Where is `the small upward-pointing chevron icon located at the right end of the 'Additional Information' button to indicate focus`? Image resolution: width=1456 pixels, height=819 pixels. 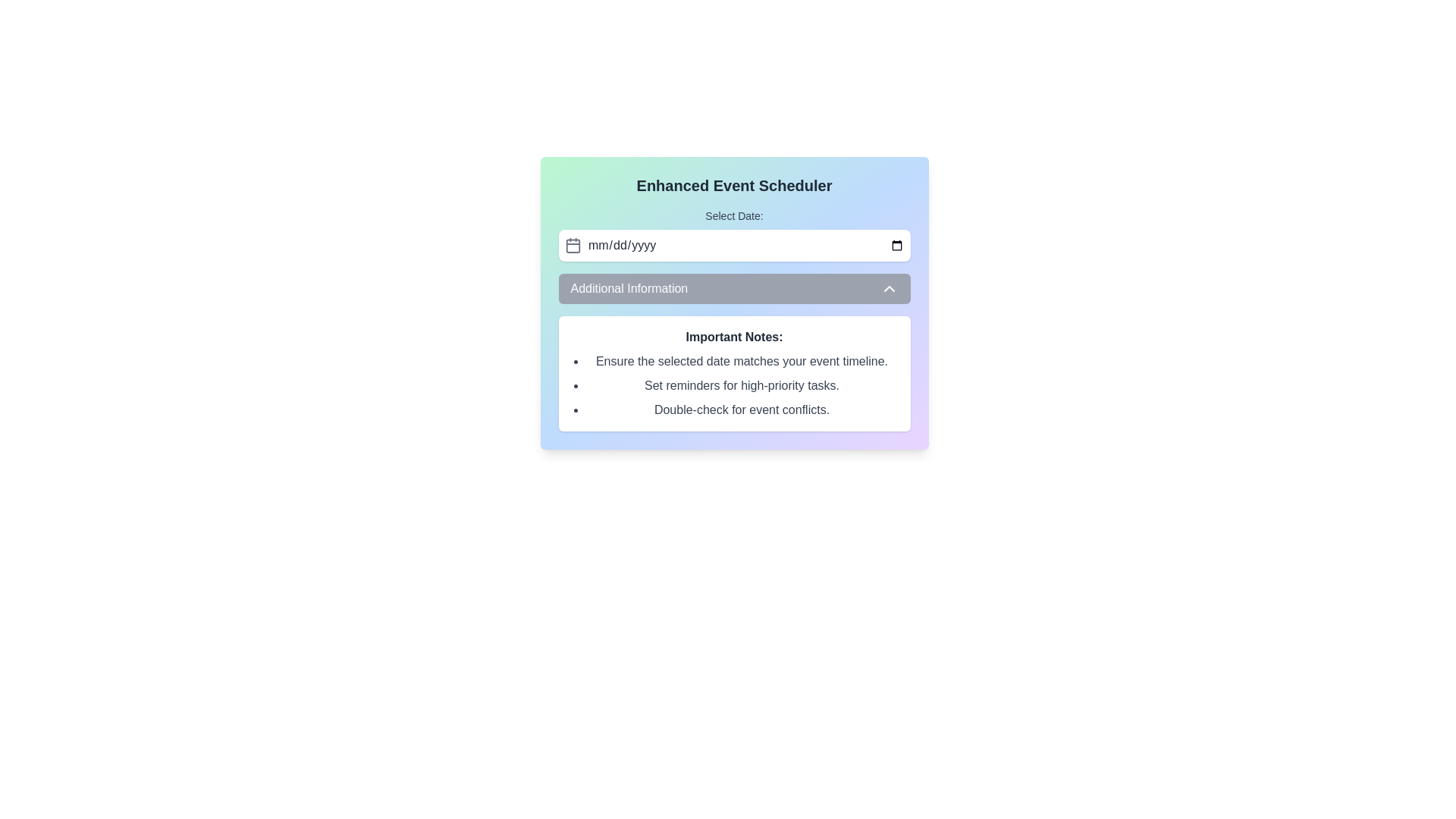
the small upward-pointing chevron icon located at the right end of the 'Additional Information' button to indicate focus is located at coordinates (889, 289).